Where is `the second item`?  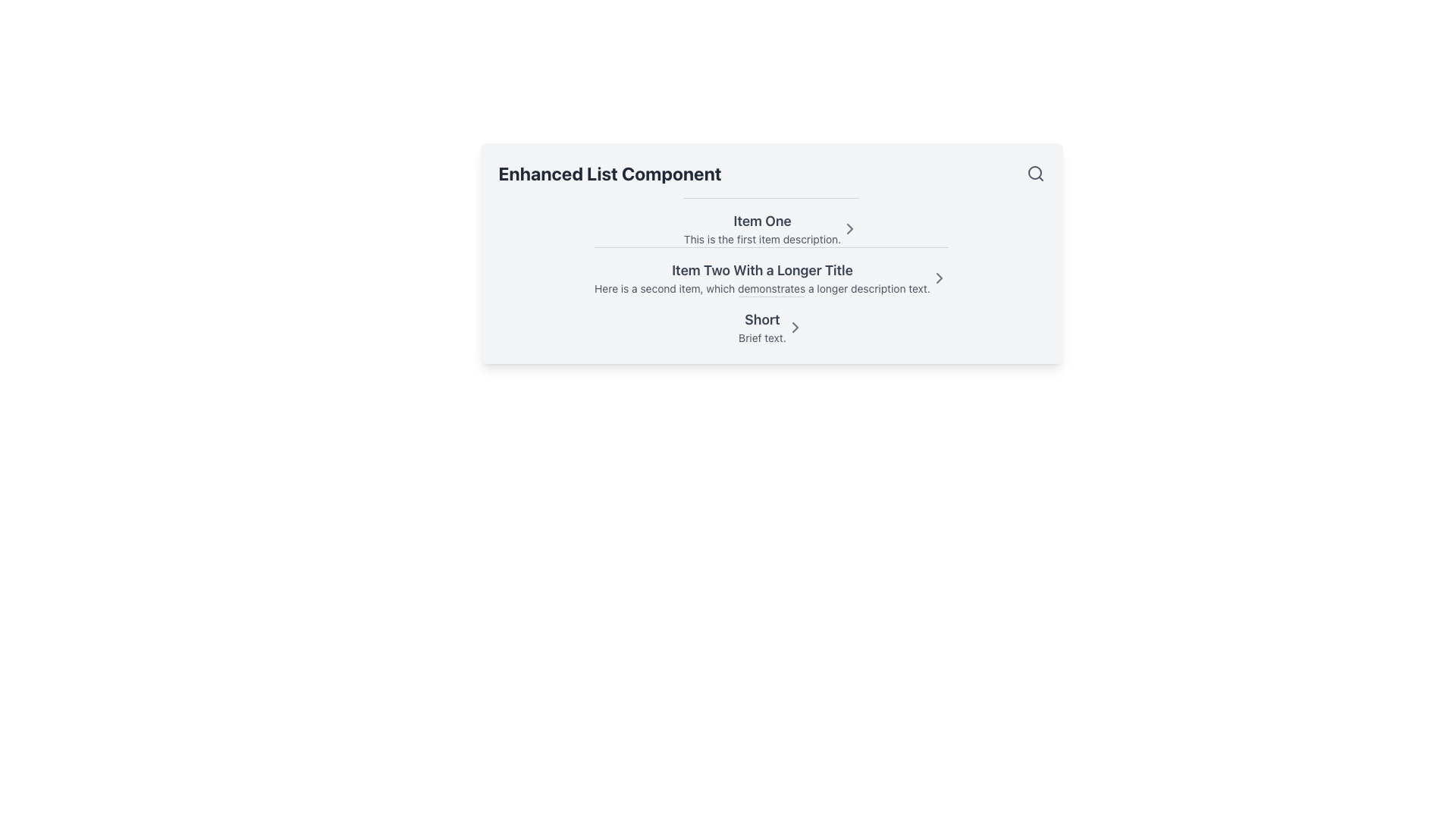 the second item is located at coordinates (771, 271).